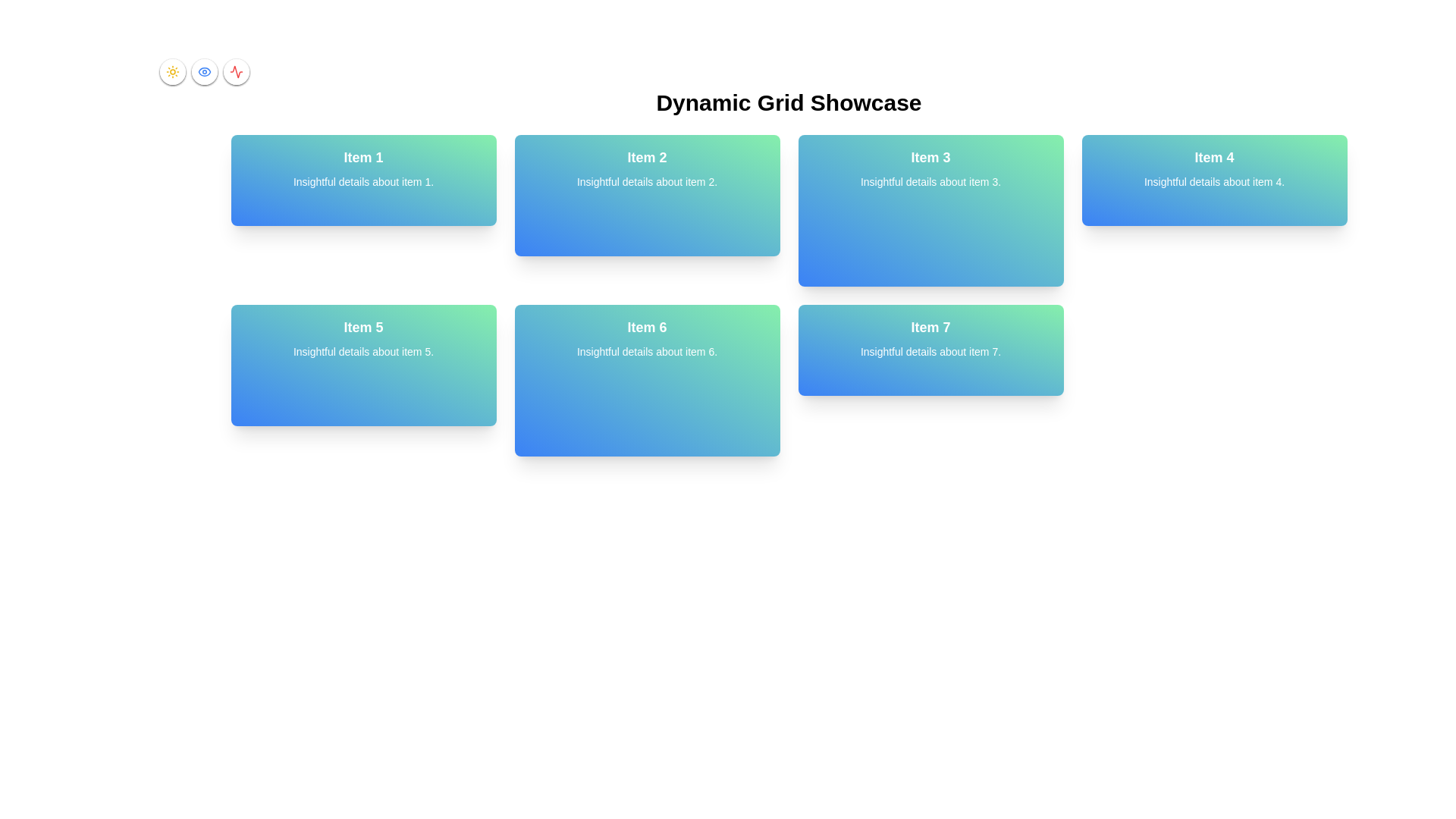 The image size is (1456, 819). What do you see at coordinates (236, 72) in the screenshot?
I see `the activity-related icon, which is the second button in a row of three located in the middle of a circular button group near the top-left corner of the interface` at bounding box center [236, 72].